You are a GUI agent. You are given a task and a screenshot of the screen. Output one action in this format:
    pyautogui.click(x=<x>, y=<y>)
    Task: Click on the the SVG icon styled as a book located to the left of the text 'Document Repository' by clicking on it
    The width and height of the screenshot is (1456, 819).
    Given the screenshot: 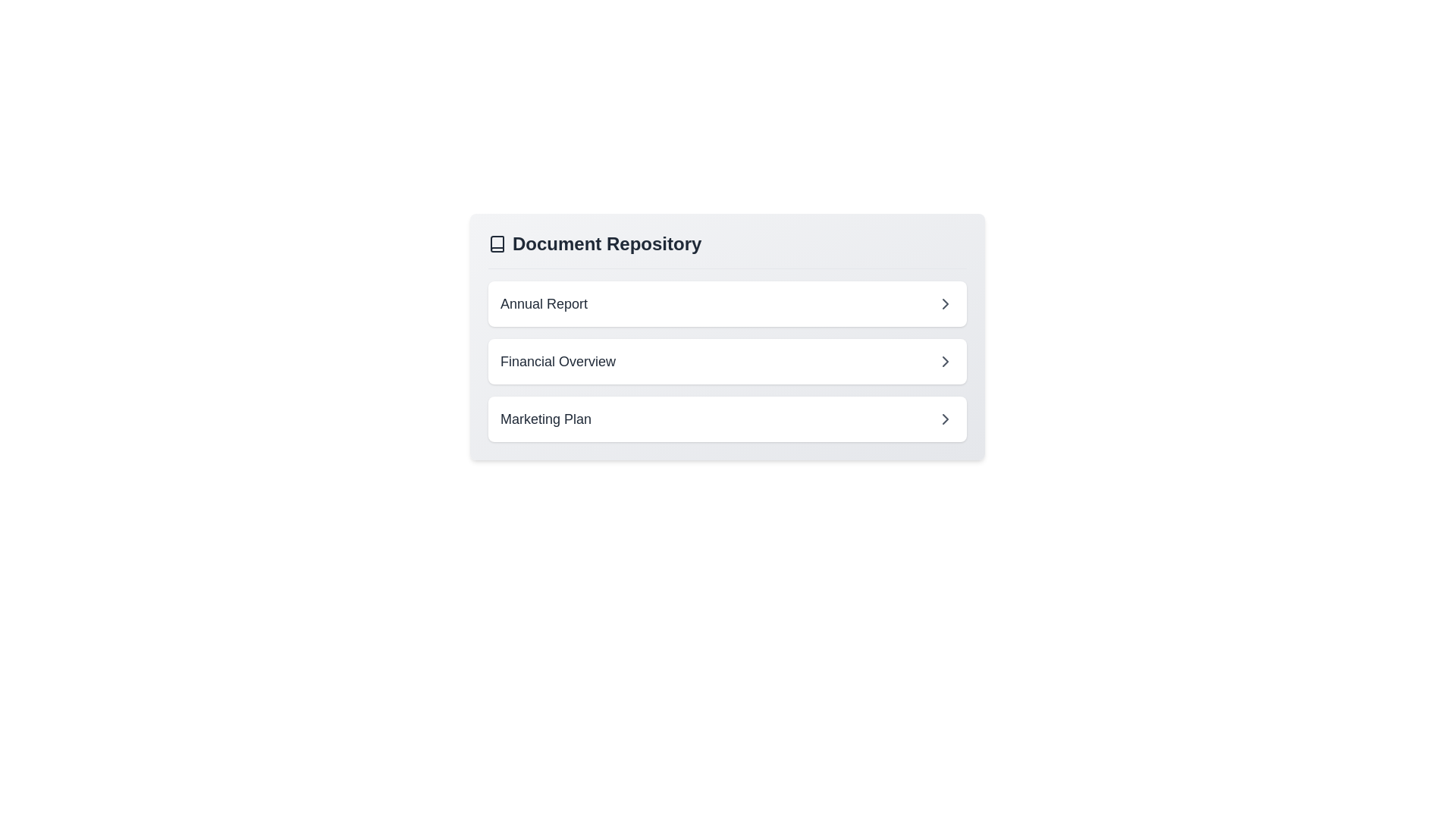 What is the action you would take?
    pyautogui.click(x=497, y=243)
    